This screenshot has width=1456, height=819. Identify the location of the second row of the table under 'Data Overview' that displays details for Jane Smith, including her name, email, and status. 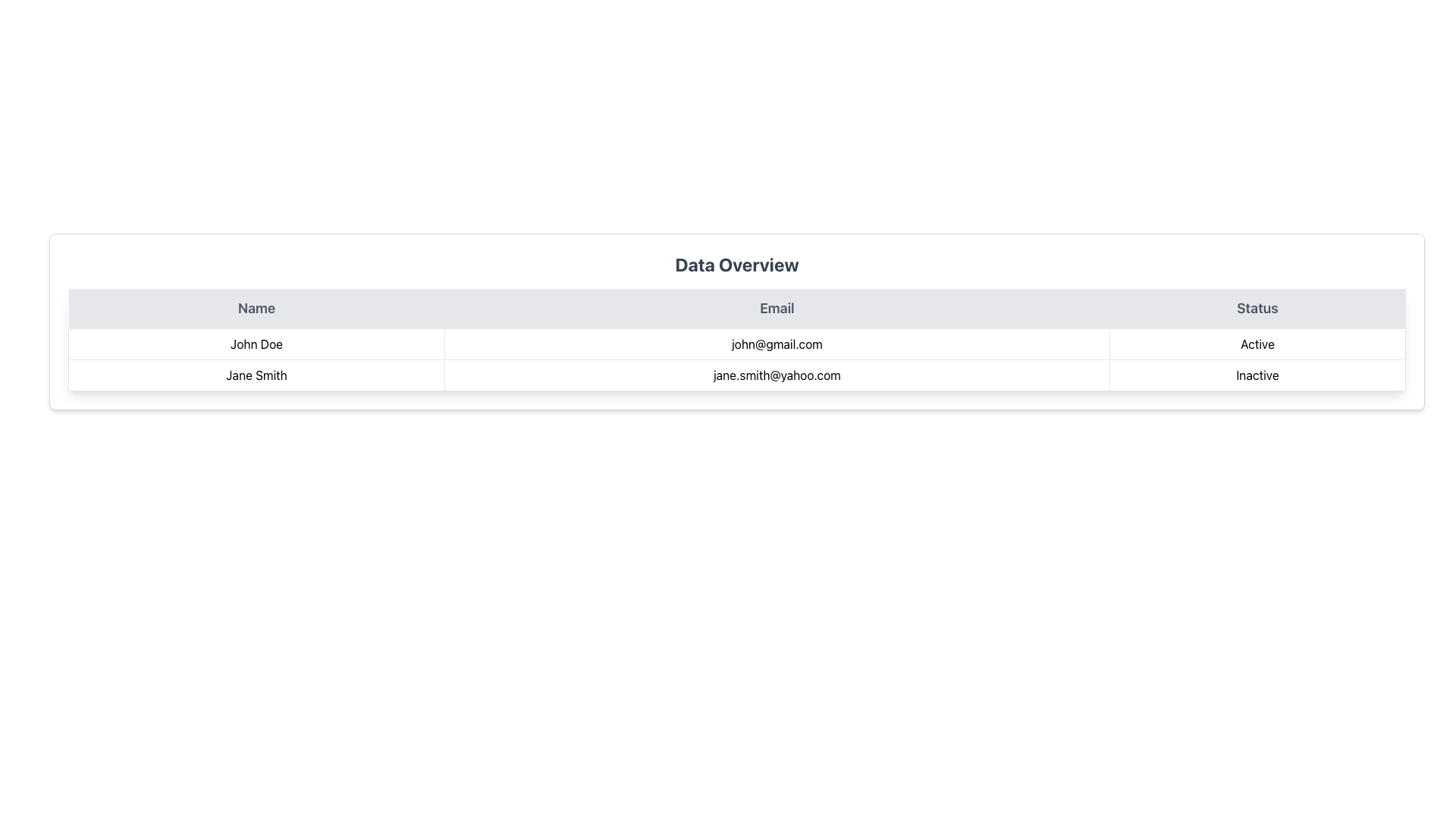
(736, 375).